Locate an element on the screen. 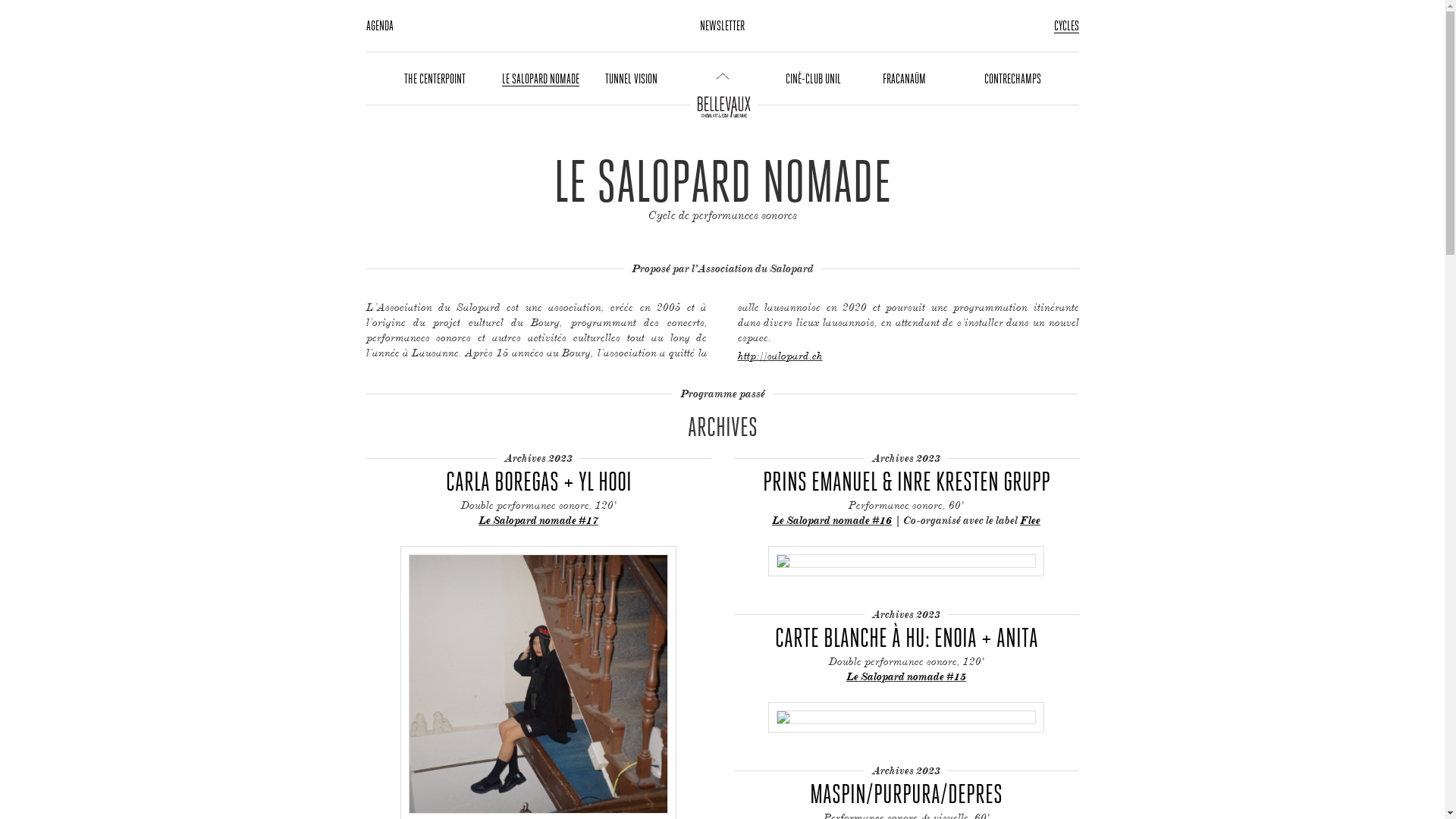 Image resolution: width=1456 pixels, height=819 pixels. 'http://salopard.ch' is located at coordinates (779, 355).